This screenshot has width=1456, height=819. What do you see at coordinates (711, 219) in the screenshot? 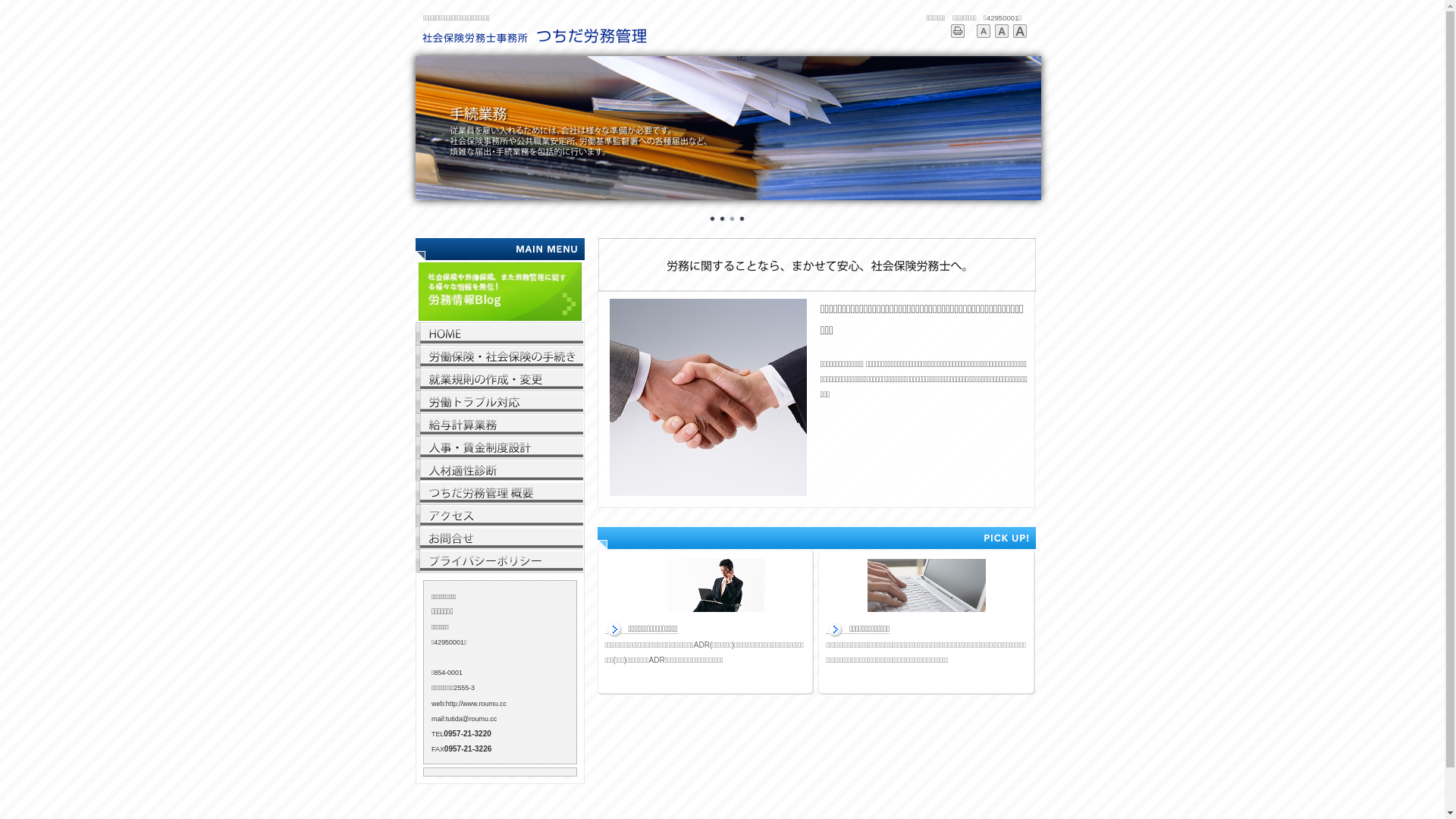
I see `'1'` at bounding box center [711, 219].